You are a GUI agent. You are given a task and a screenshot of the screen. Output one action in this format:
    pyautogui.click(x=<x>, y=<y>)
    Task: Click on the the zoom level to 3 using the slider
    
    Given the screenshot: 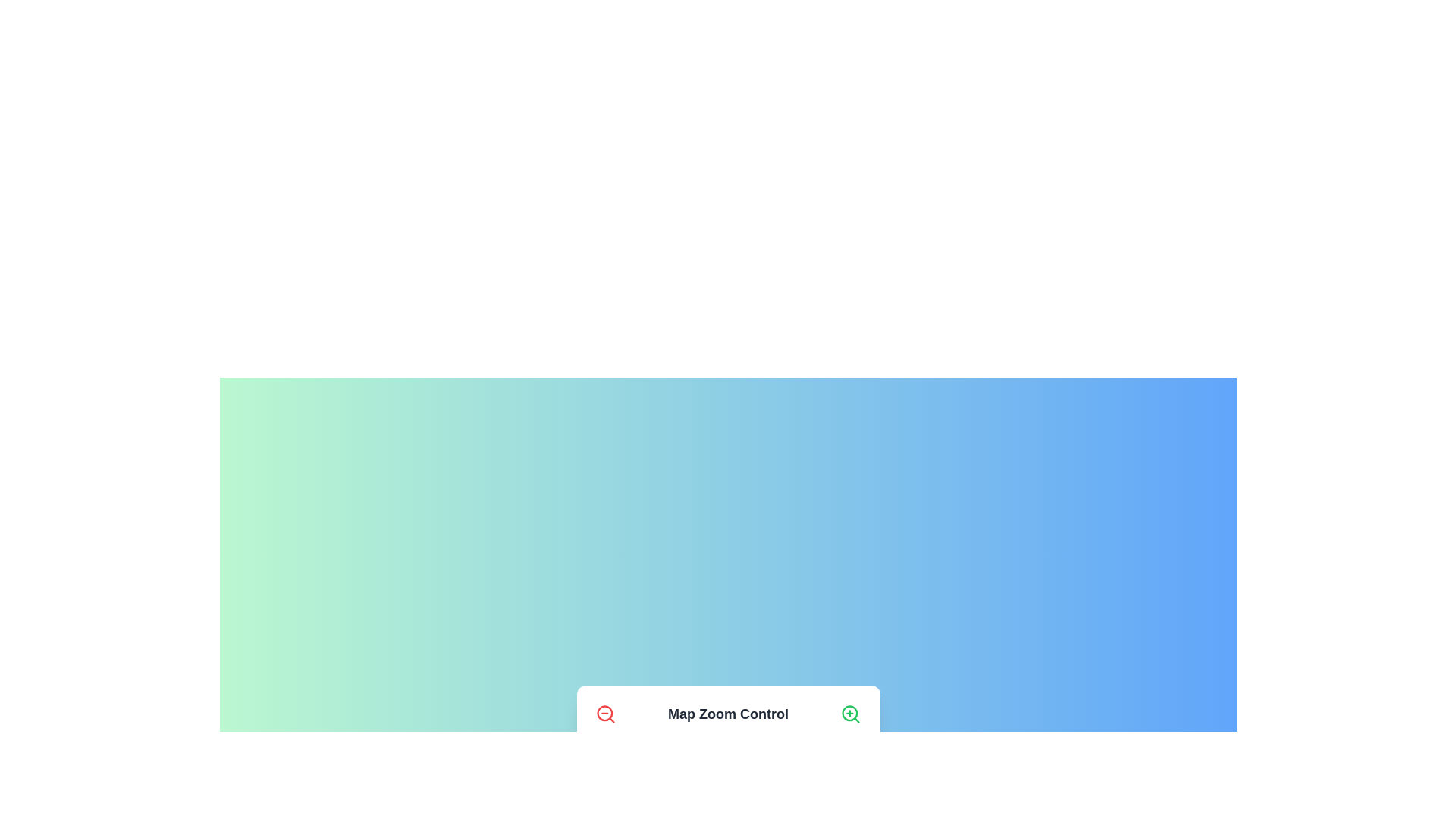 What is the action you would take?
    pyautogui.click(x=654, y=767)
    